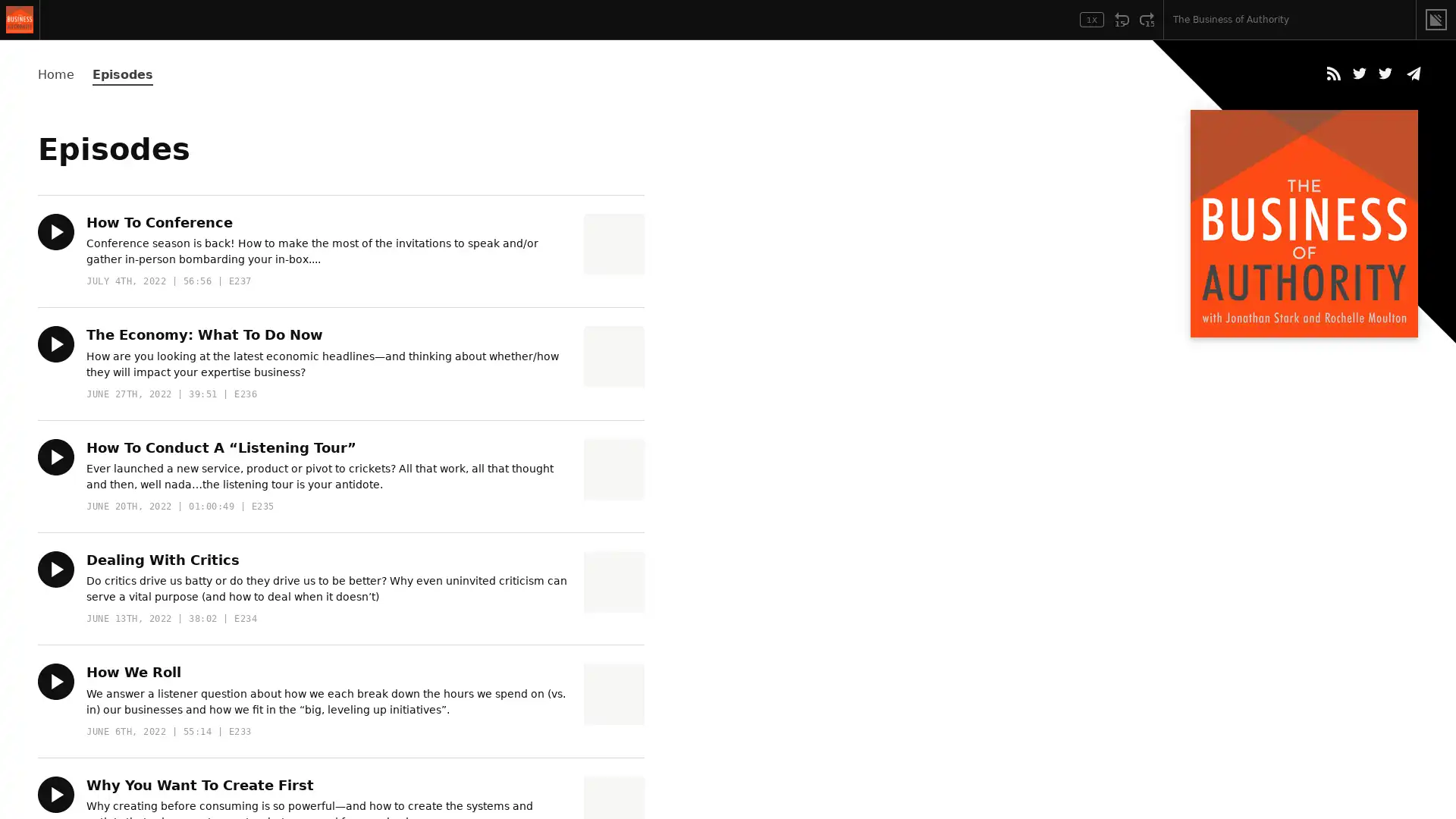  Describe the element at coordinates (1048, 20) in the screenshot. I see `Open Player Settings` at that location.